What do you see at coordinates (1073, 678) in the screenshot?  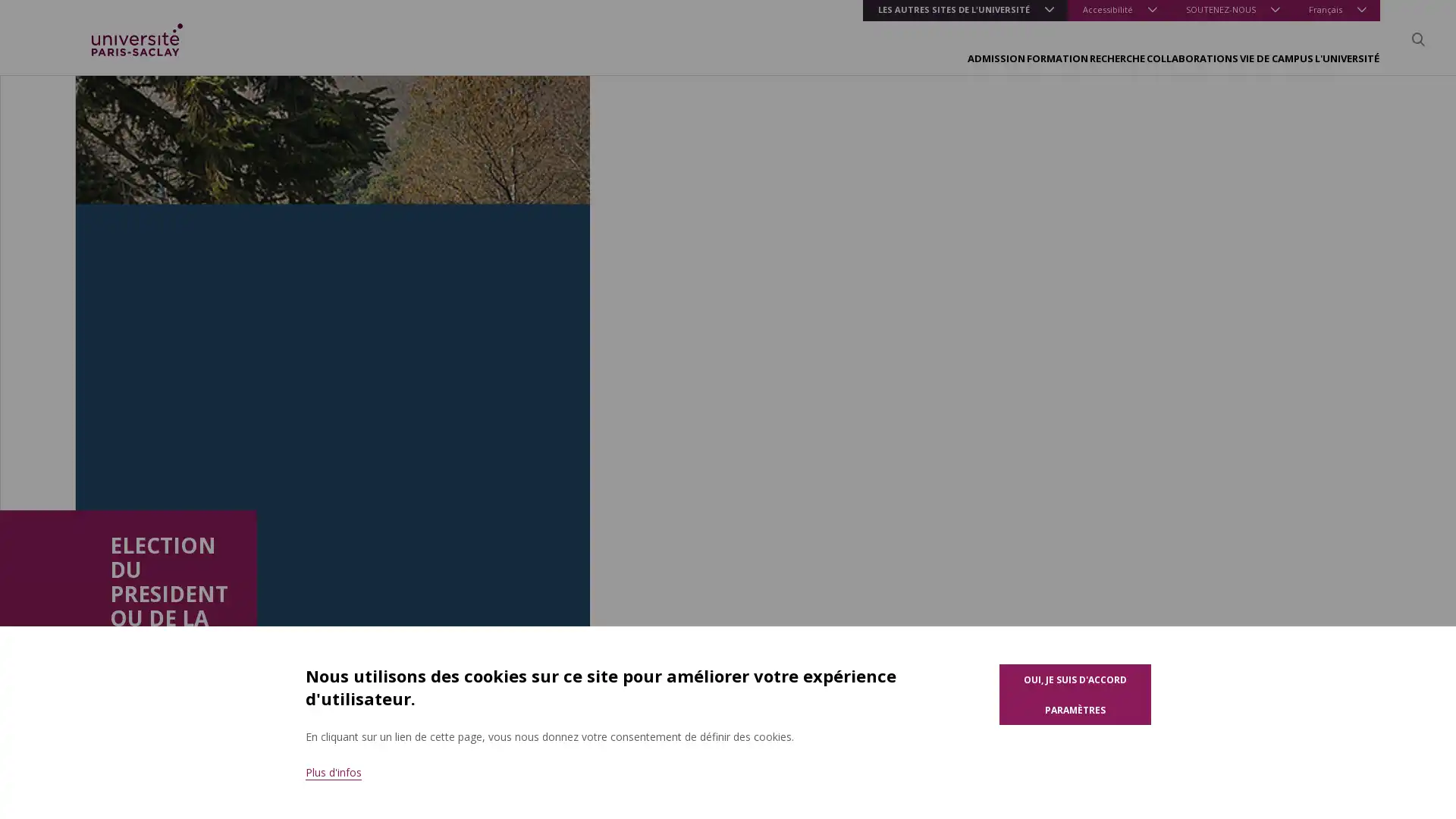 I see `Oui, je suis d'accord pour l'utilisation de cookies` at bounding box center [1073, 678].